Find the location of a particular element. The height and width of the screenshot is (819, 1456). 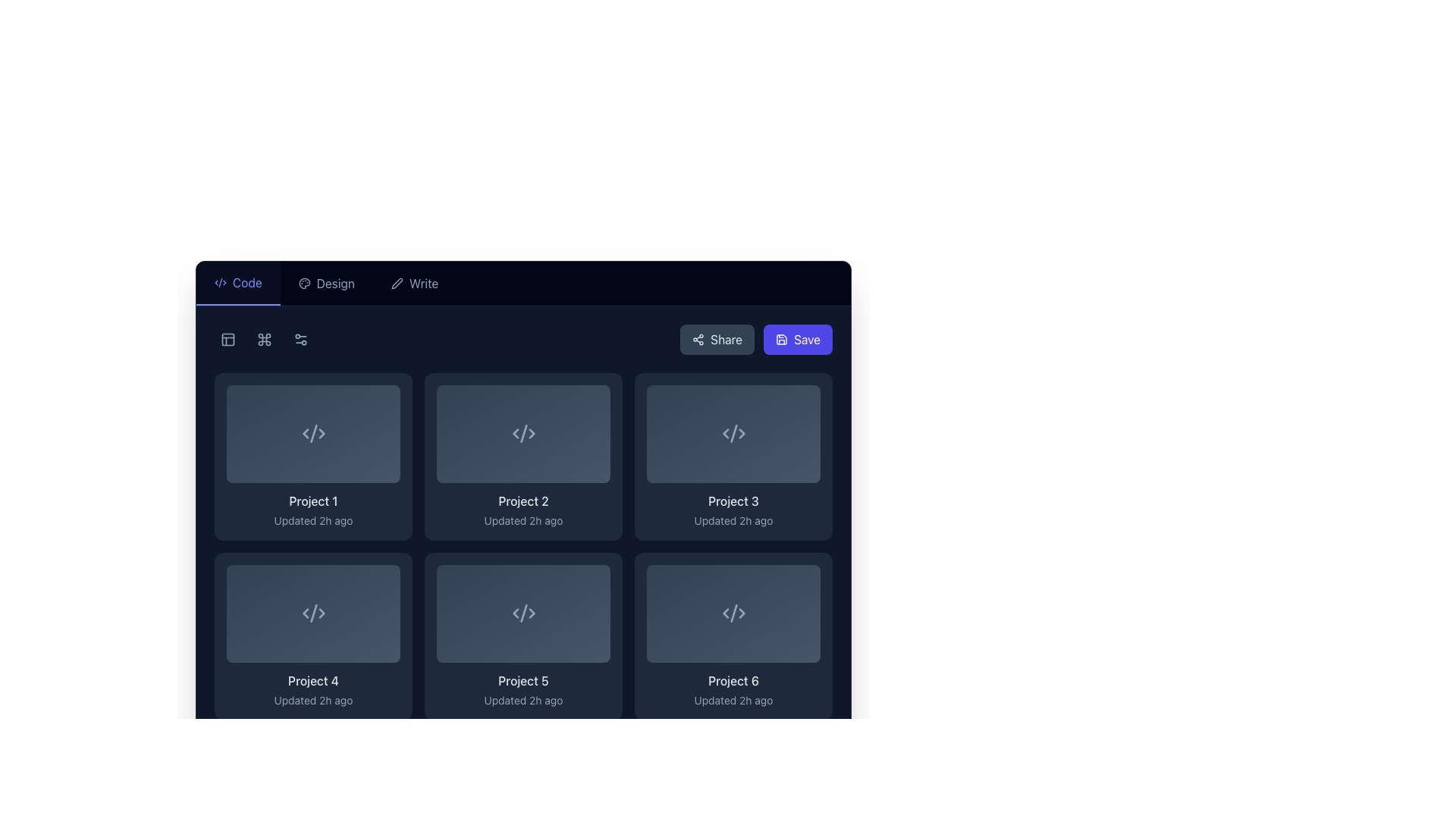

the settings or filter icon located in the top row of the sidebar, second from the left is located at coordinates (301, 338).